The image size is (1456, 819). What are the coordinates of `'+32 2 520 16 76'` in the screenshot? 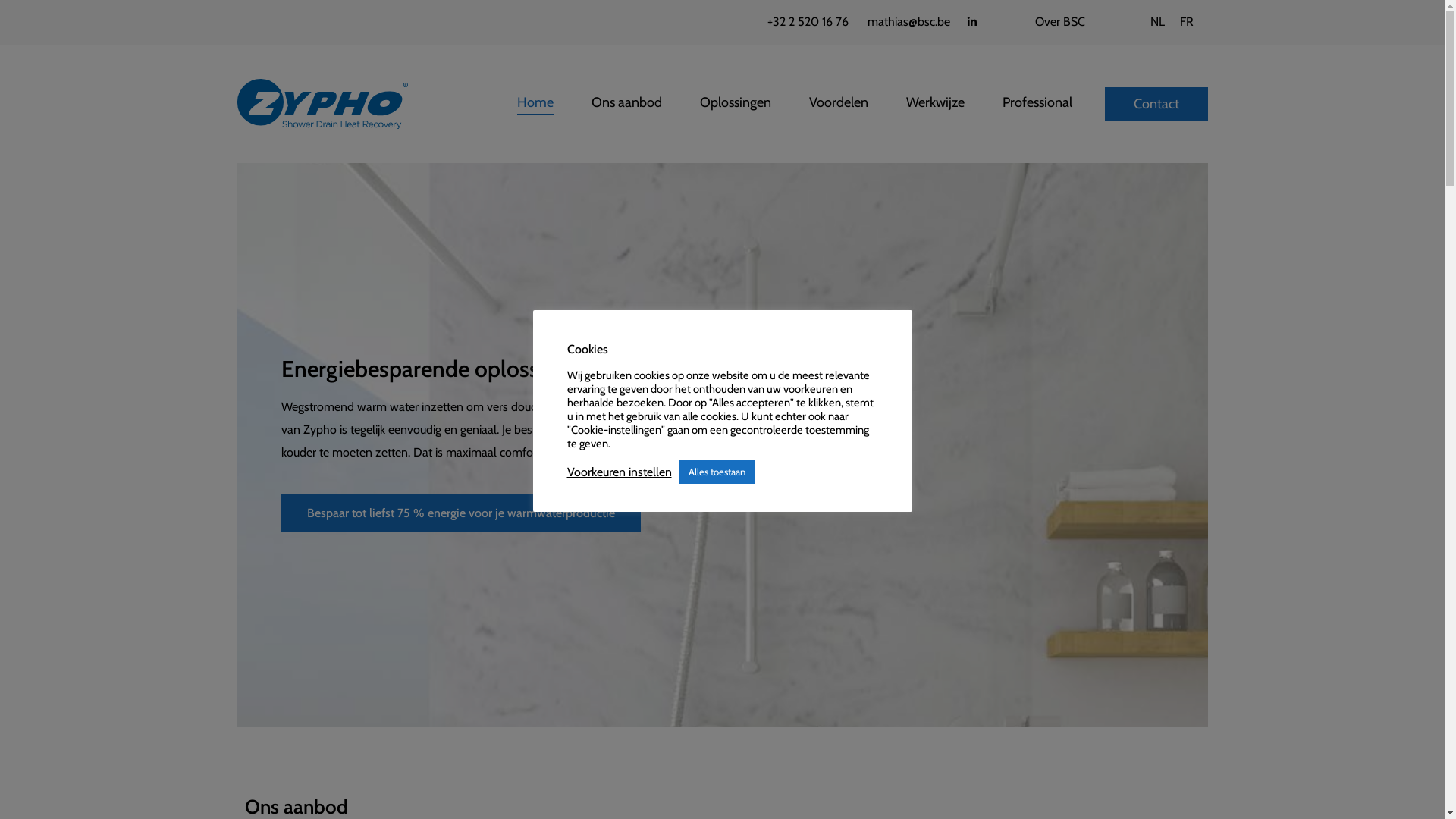 It's located at (807, 22).